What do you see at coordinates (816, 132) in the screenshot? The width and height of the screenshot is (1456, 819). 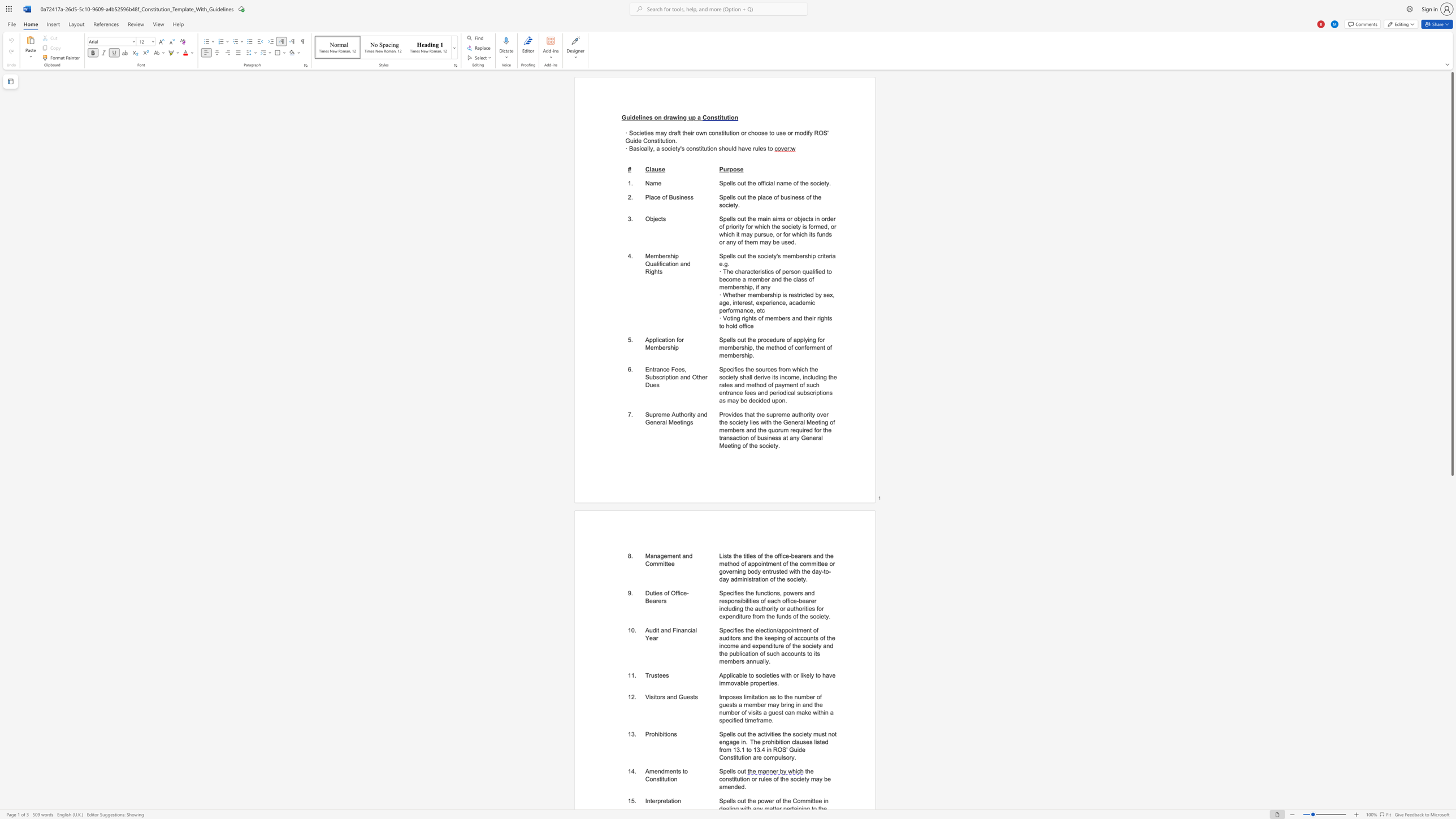 I see `the 1th character "R" in the text` at bounding box center [816, 132].